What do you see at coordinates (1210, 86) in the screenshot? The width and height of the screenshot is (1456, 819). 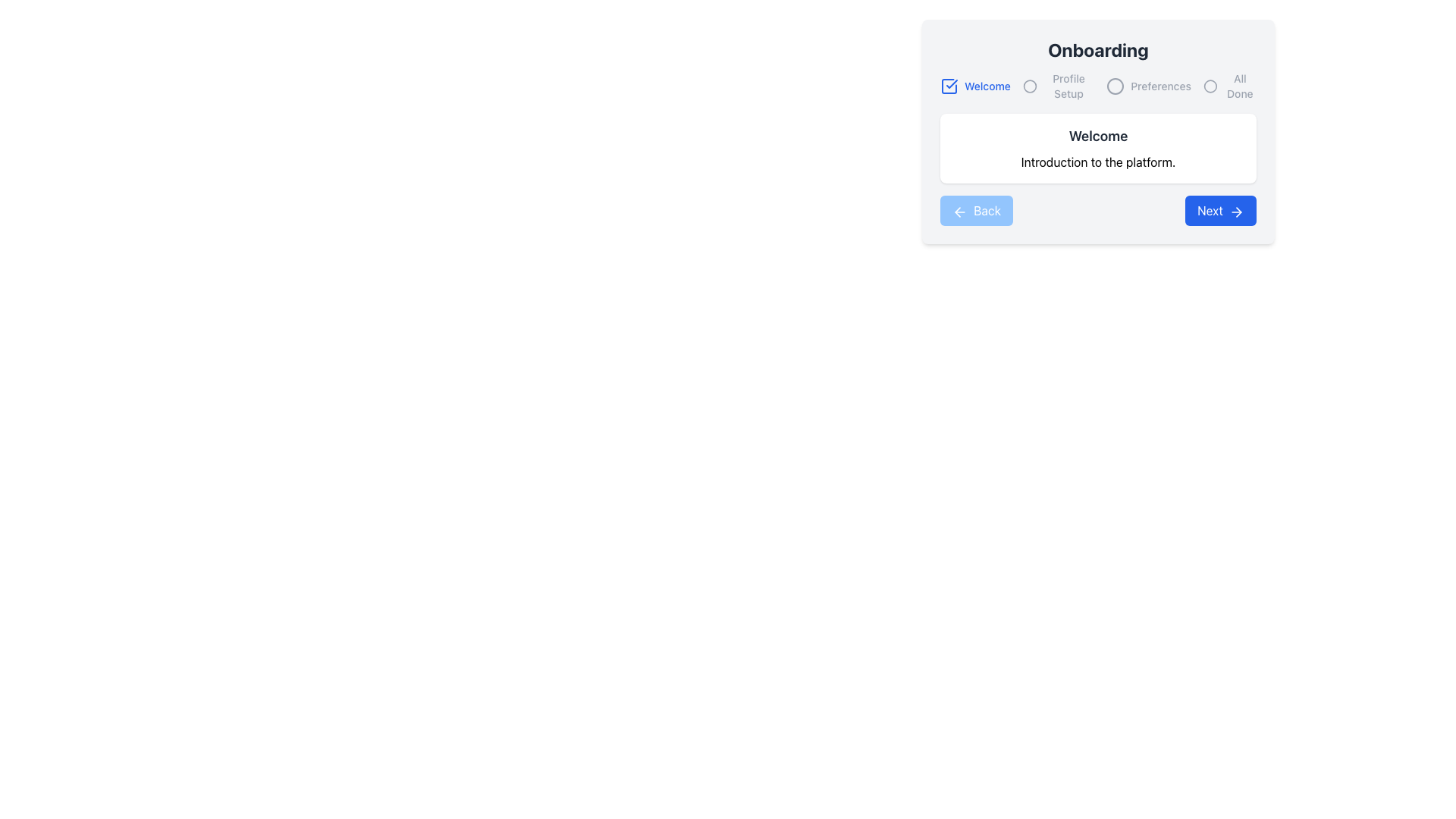 I see `progress step indicator icon representing the 'All Done' stage of the onboarding flow, located in the upper-right section of the interface` at bounding box center [1210, 86].